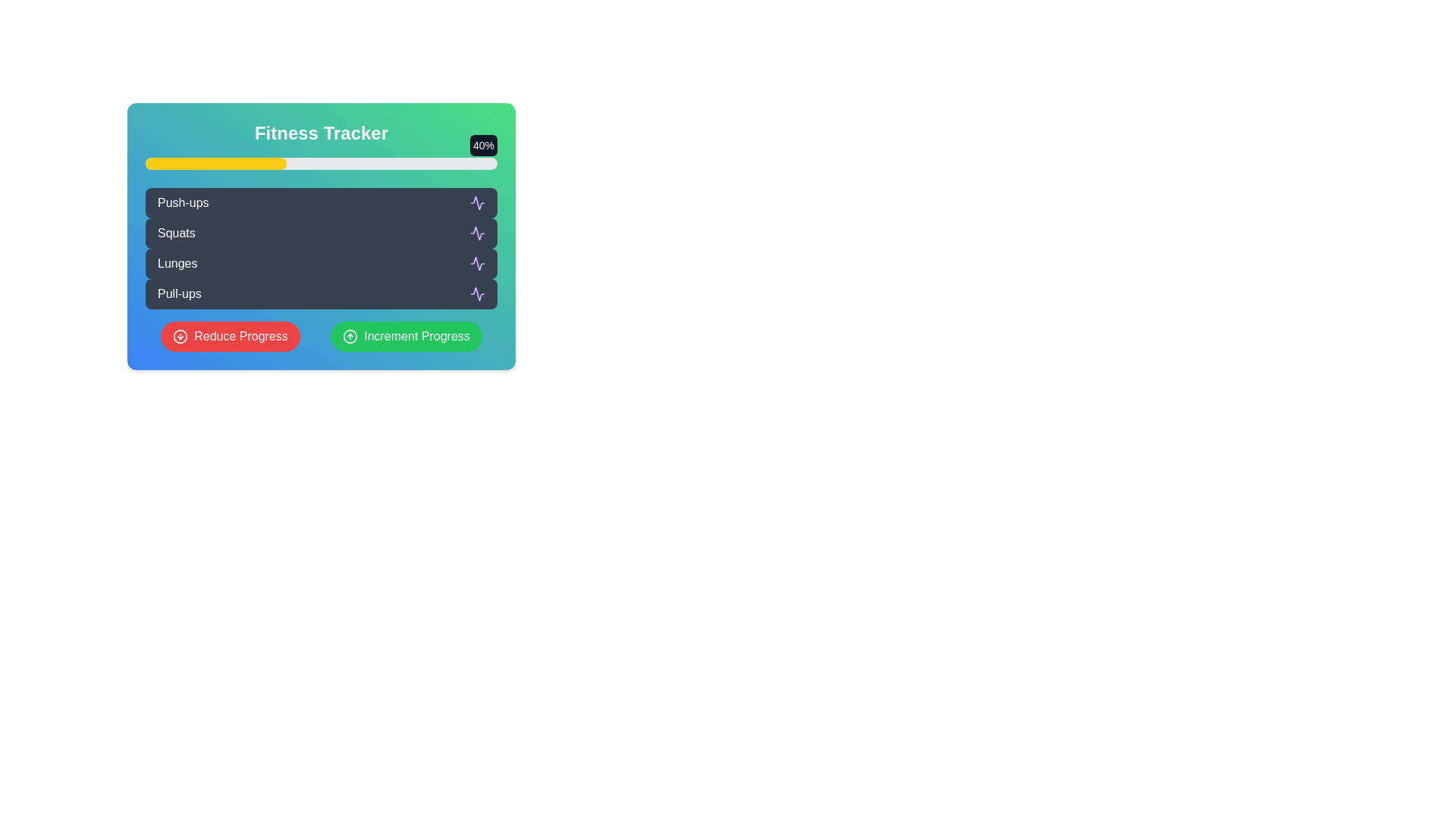 This screenshot has width=1456, height=819. Describe the element at coordinates (476, 202) in the screenshot. I see `the purple waveform icon located within the fitness tracker table, adjacent to the 'Push-ups' text` at that location.